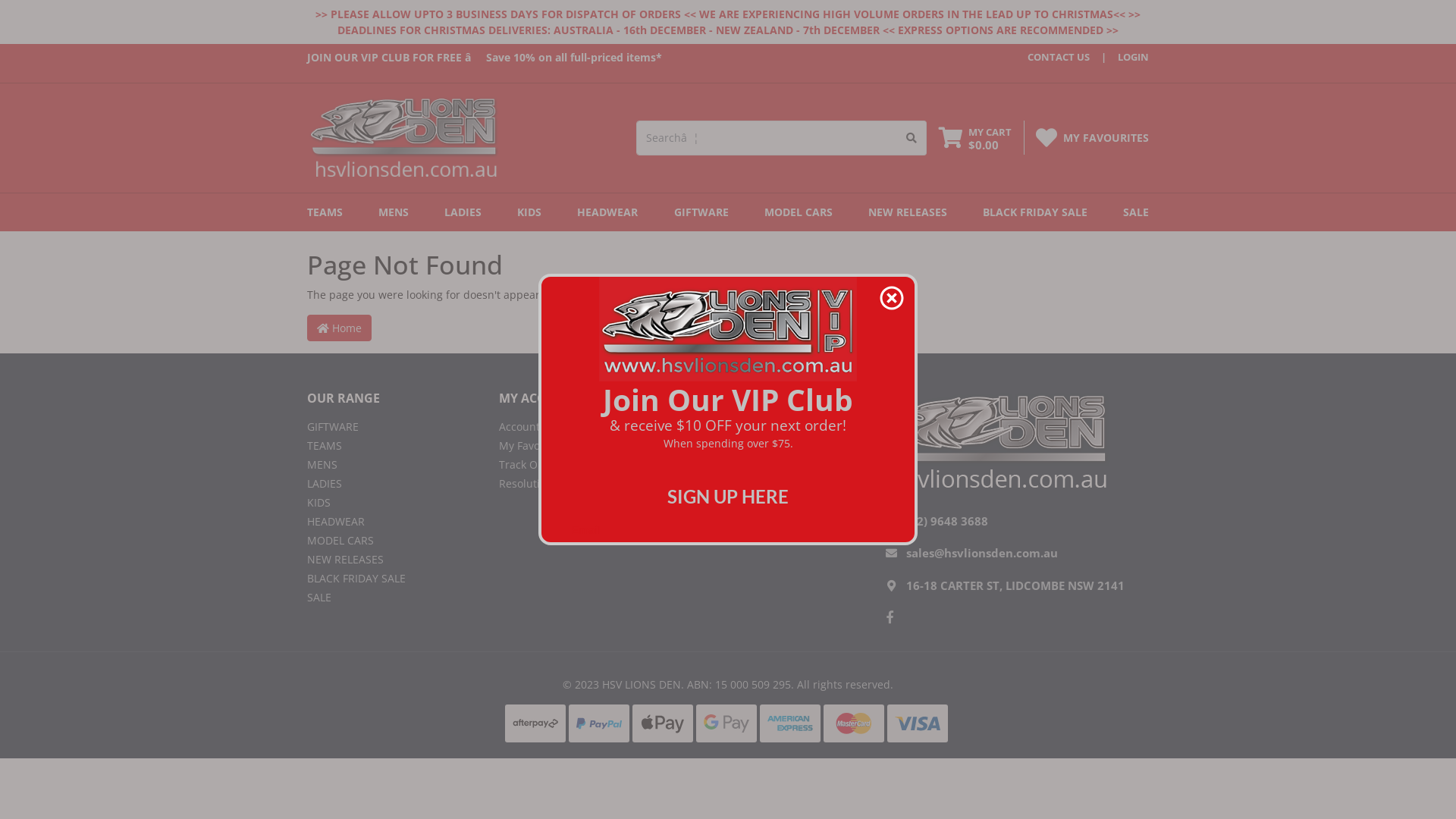 This screenshot has height=819, width=1456. What do you see at coordinates (306, 559) in the screenshot?
I see `'NEW RELEASES'` at bounding box center [306, 559].